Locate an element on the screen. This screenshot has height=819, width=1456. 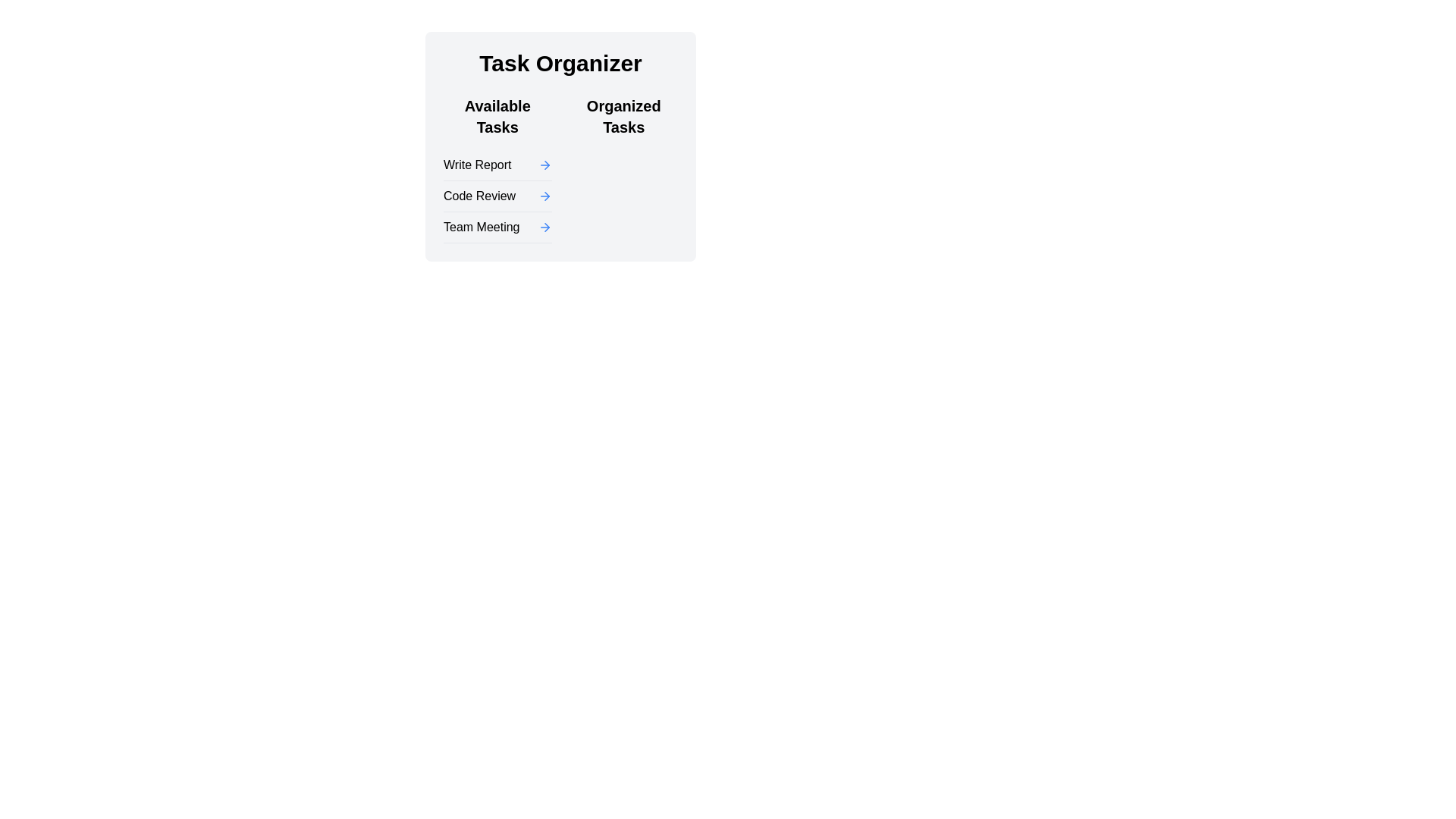
the icon located to the right of 'Team Meeting' in the bottom item of the vertical list under the 'Available Tasks' section is located at coordinates (544, 227).